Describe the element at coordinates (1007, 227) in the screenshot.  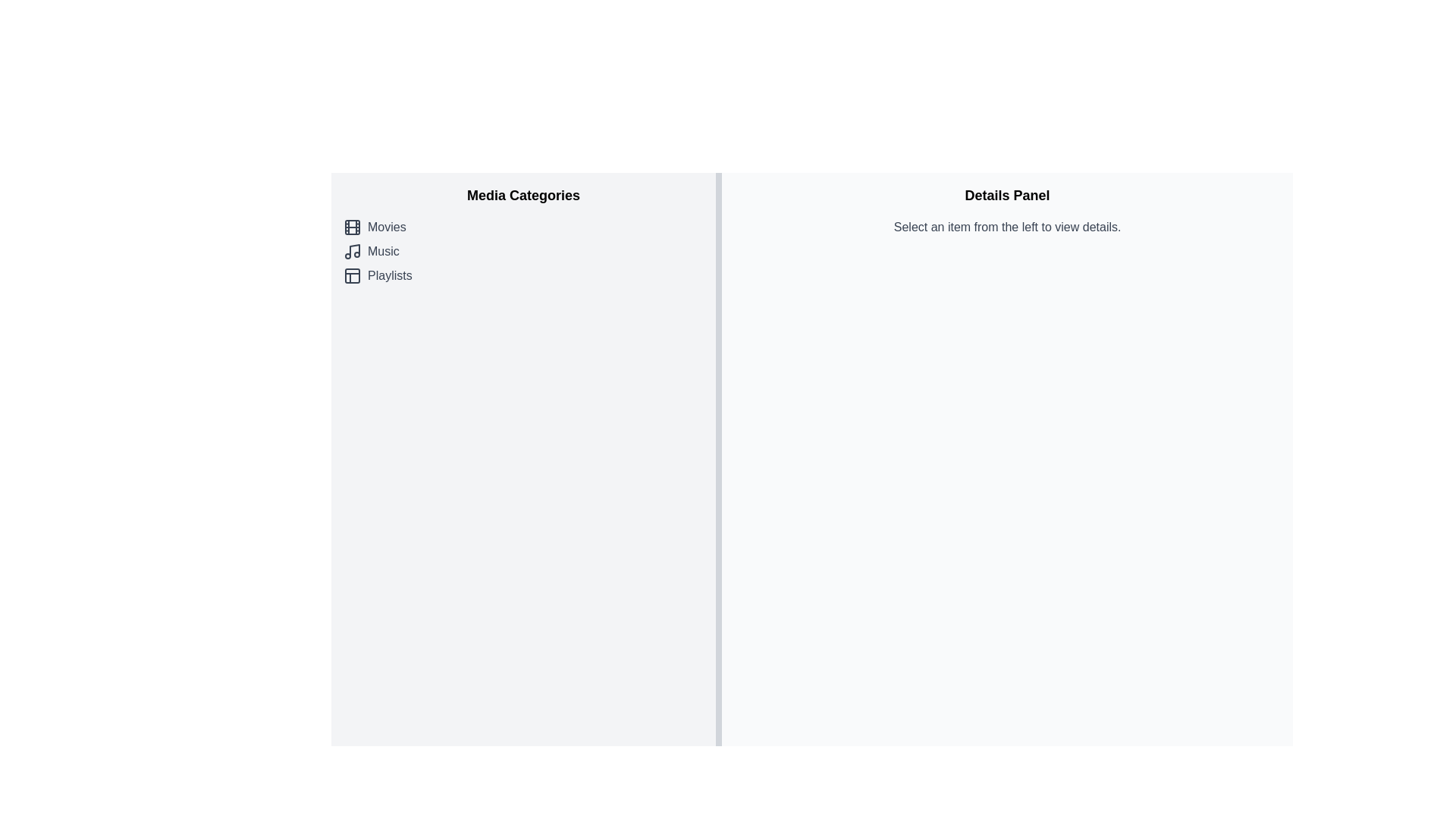
I see `informational text located below the 'Details Panel' heading in the right-side section of the interface` at that location.